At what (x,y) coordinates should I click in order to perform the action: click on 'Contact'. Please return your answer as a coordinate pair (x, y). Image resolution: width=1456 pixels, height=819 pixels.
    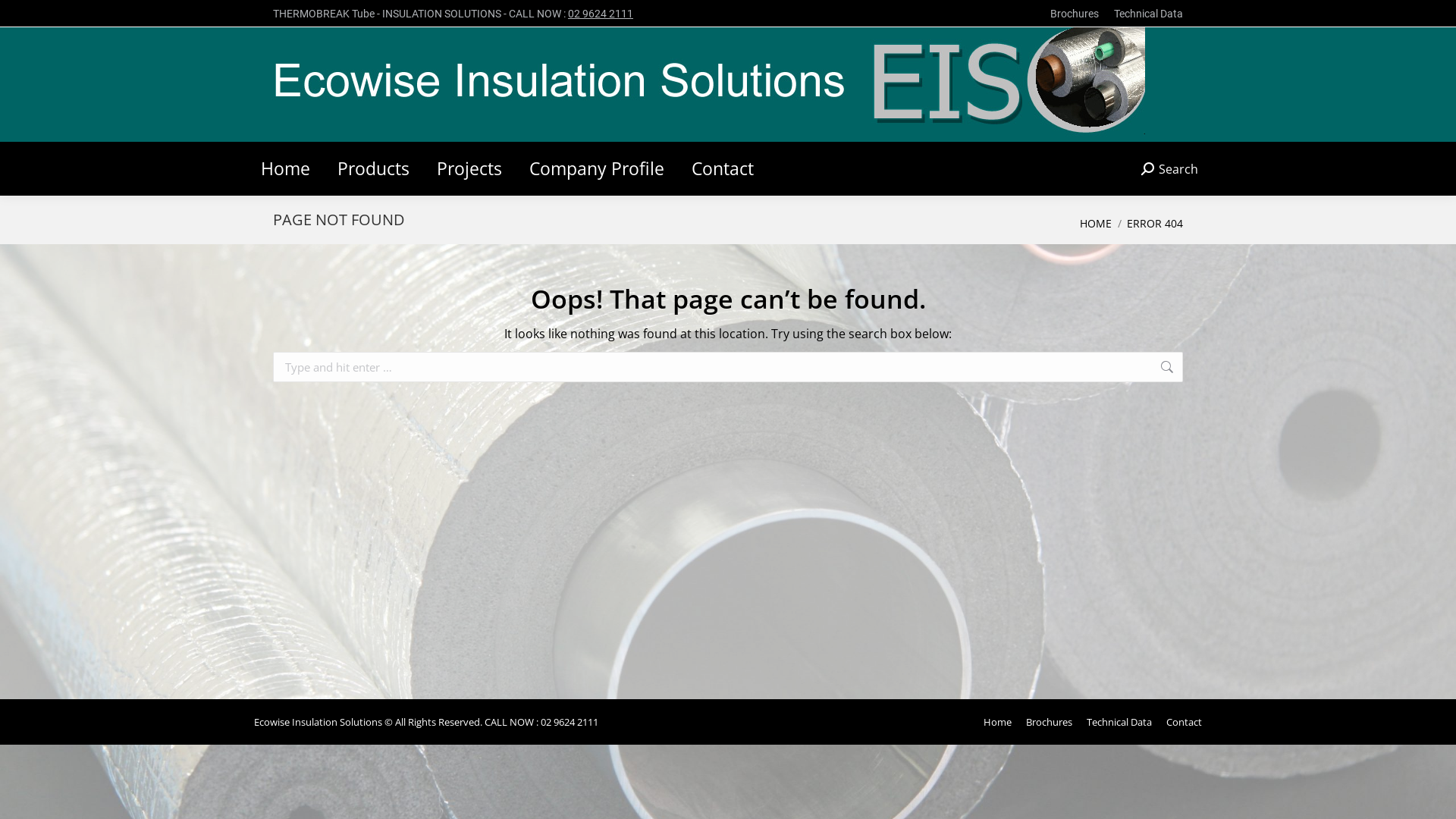
    Looking at the image, I should click on (687, 168).